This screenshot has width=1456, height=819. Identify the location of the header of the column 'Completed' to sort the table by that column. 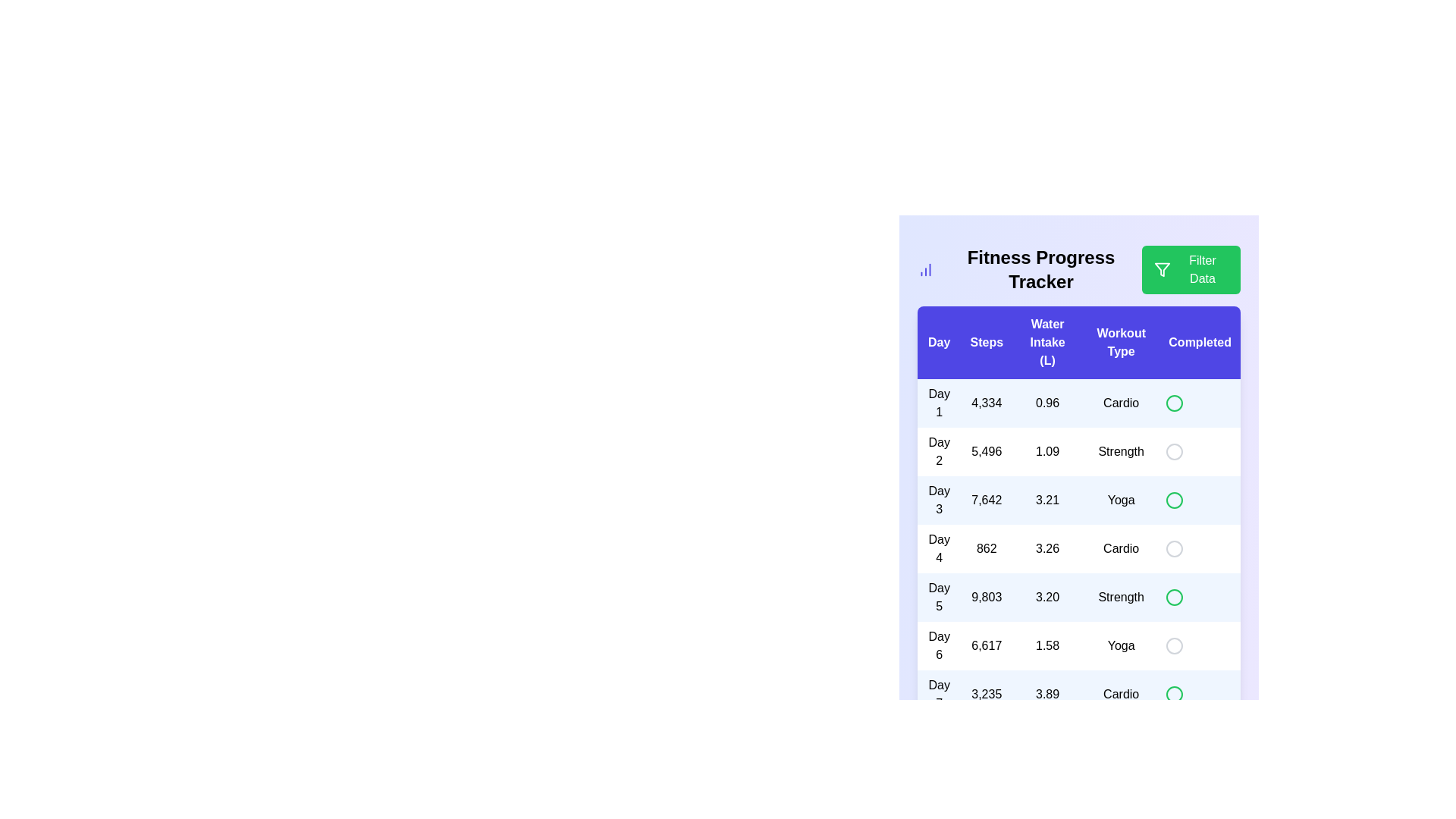
(1199, 342).